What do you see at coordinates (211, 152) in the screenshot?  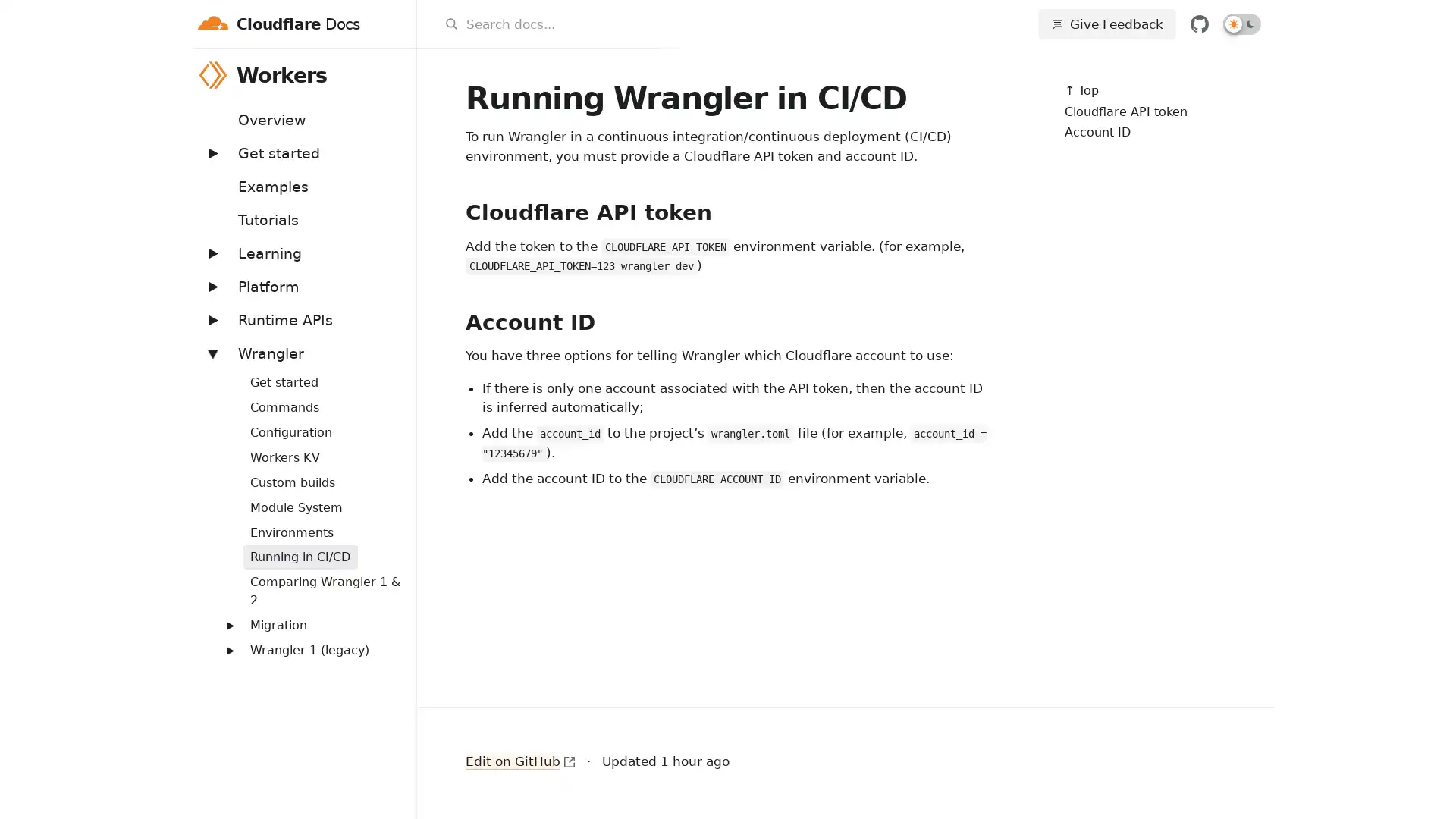 I see `Expand: Get started` at bounding box center [211, 152].